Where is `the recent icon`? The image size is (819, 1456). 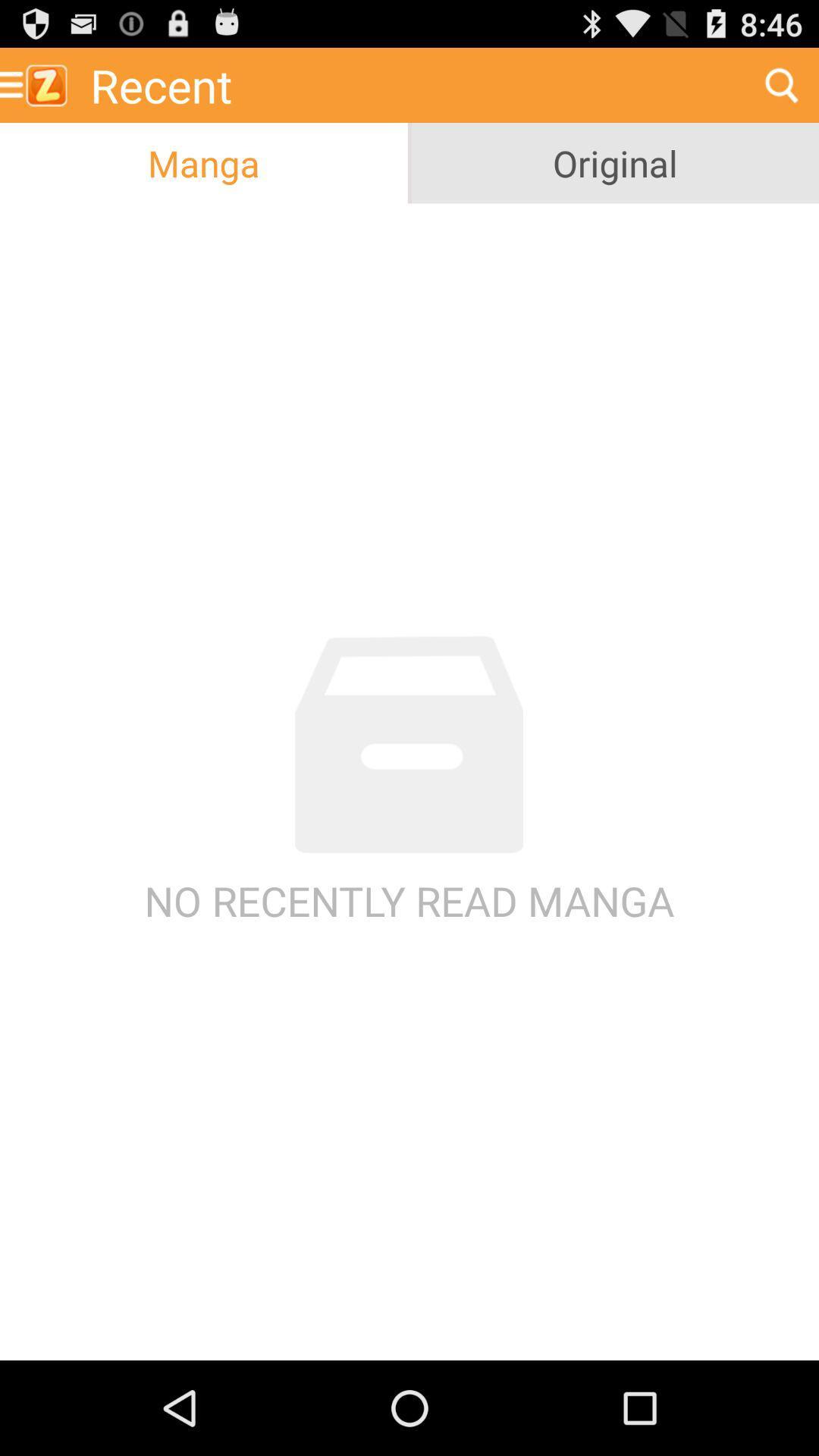 the recent icon is located at coordinates (412, 84).